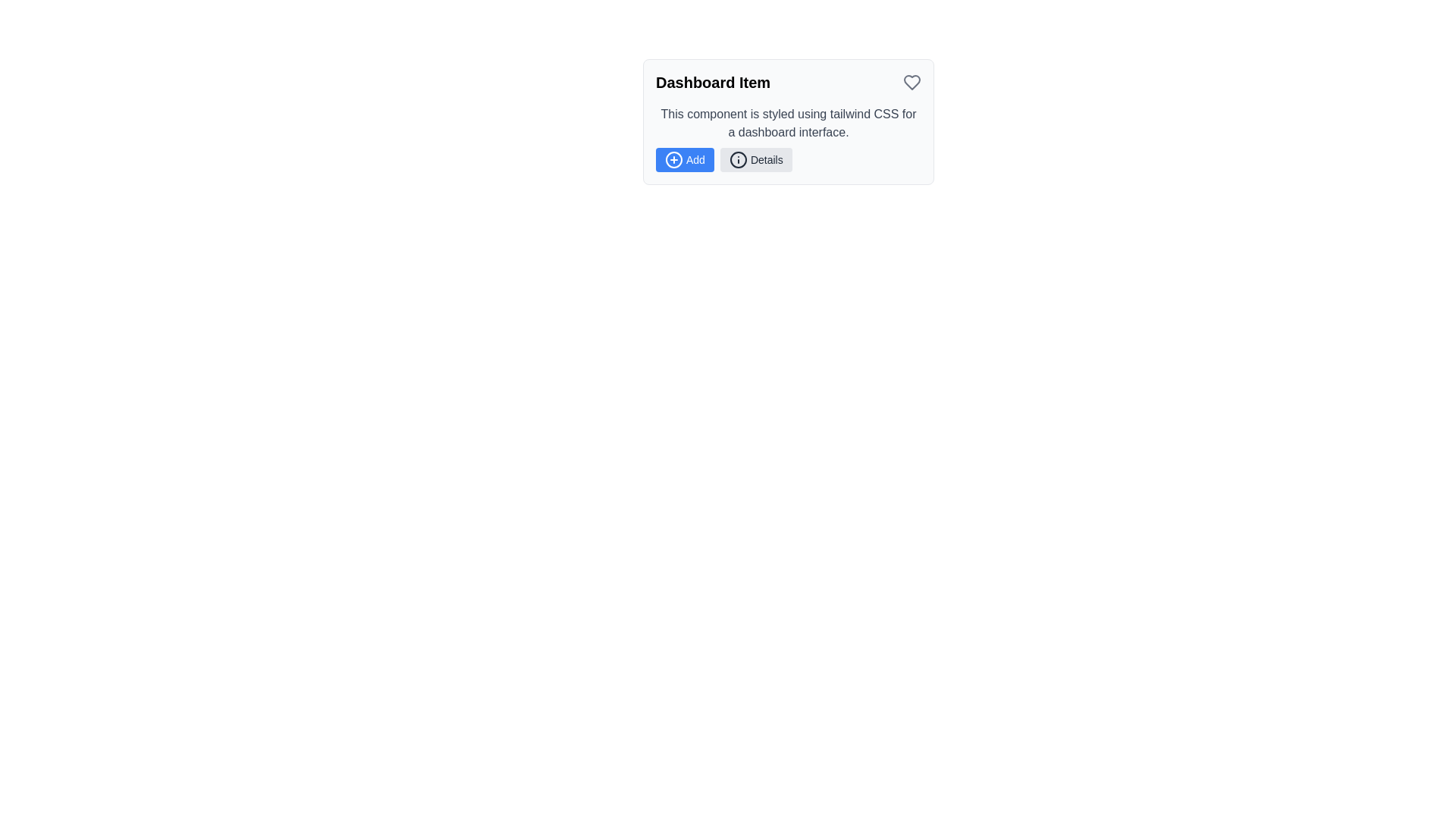  I want to click on the circular blue icon with a plus sign located within the 'Add' button, positioned to the left of the button's text, so click(673, 160).